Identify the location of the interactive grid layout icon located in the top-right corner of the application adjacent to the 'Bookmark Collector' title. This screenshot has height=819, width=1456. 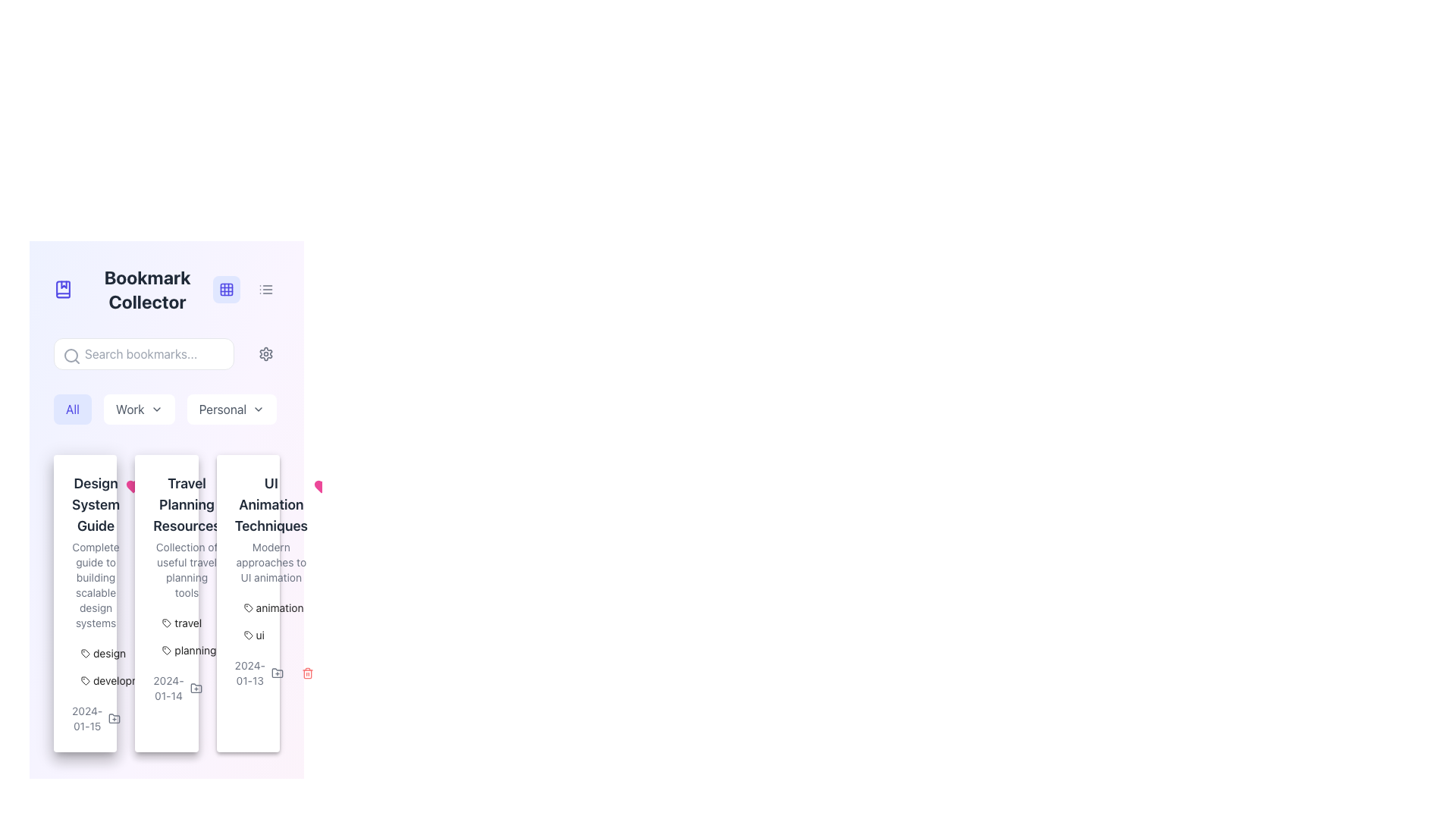
(225, 289).